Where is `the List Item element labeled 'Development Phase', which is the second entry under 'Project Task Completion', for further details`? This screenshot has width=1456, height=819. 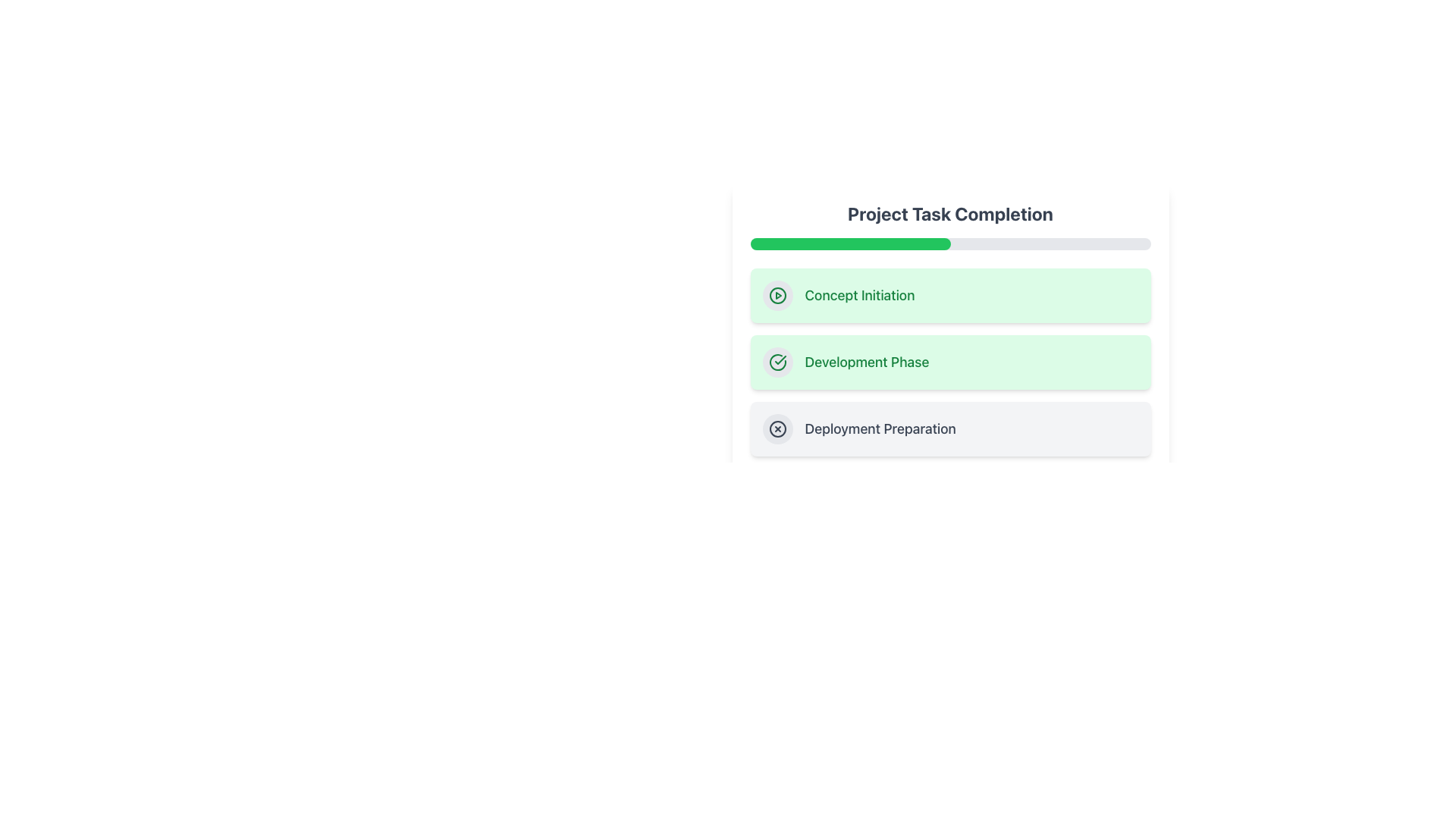 the List Item element labeled 'Development Phase', which is the second entry under 'Project Task Completion', for further details is located at coordinates (949, 385).